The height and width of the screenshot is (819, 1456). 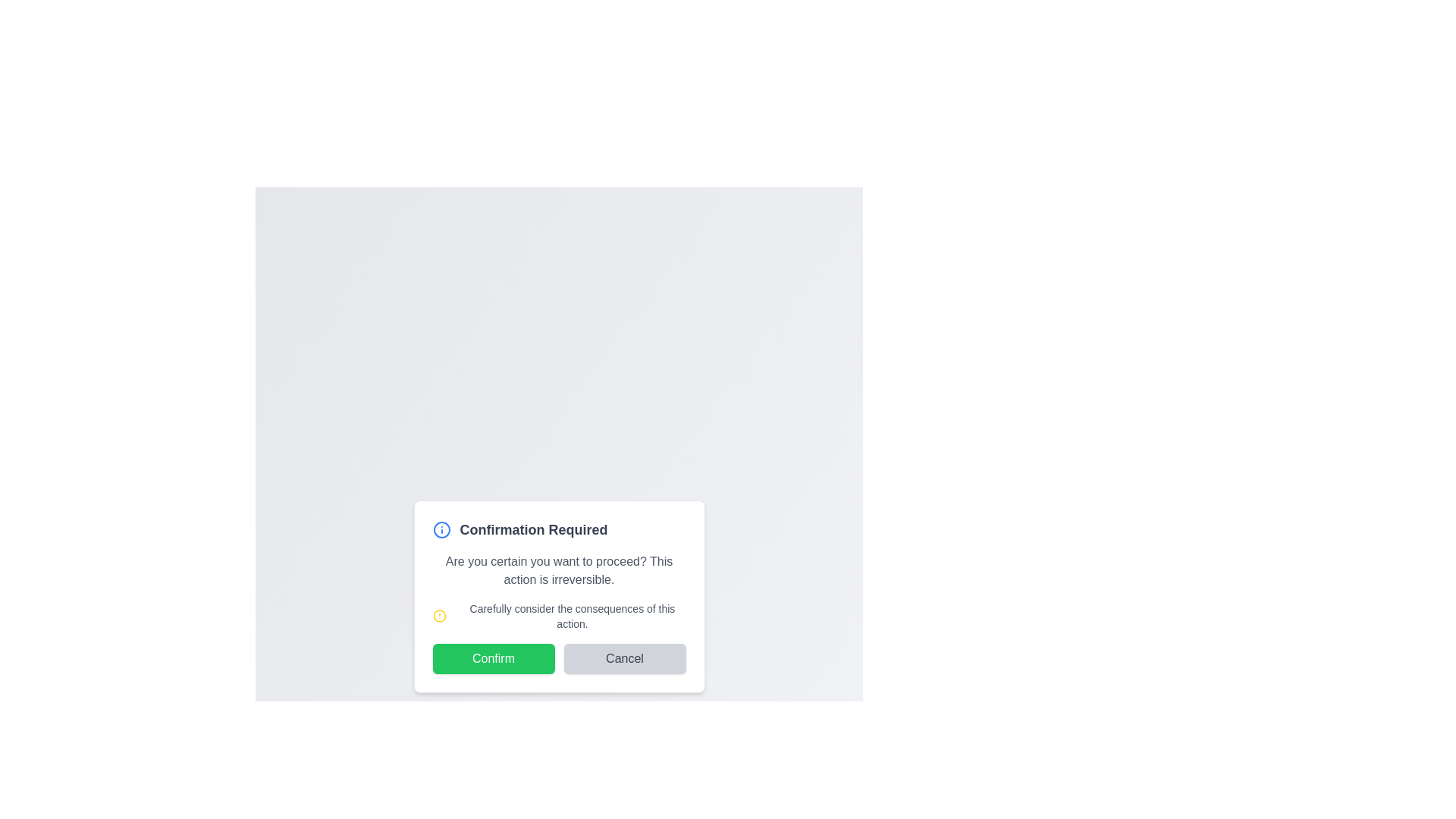 I want to click on the confirmation button located near the bottom of the modal, positioned to the left of the 'Cancel' button, to confirm the action, so click(x=494, y=657).